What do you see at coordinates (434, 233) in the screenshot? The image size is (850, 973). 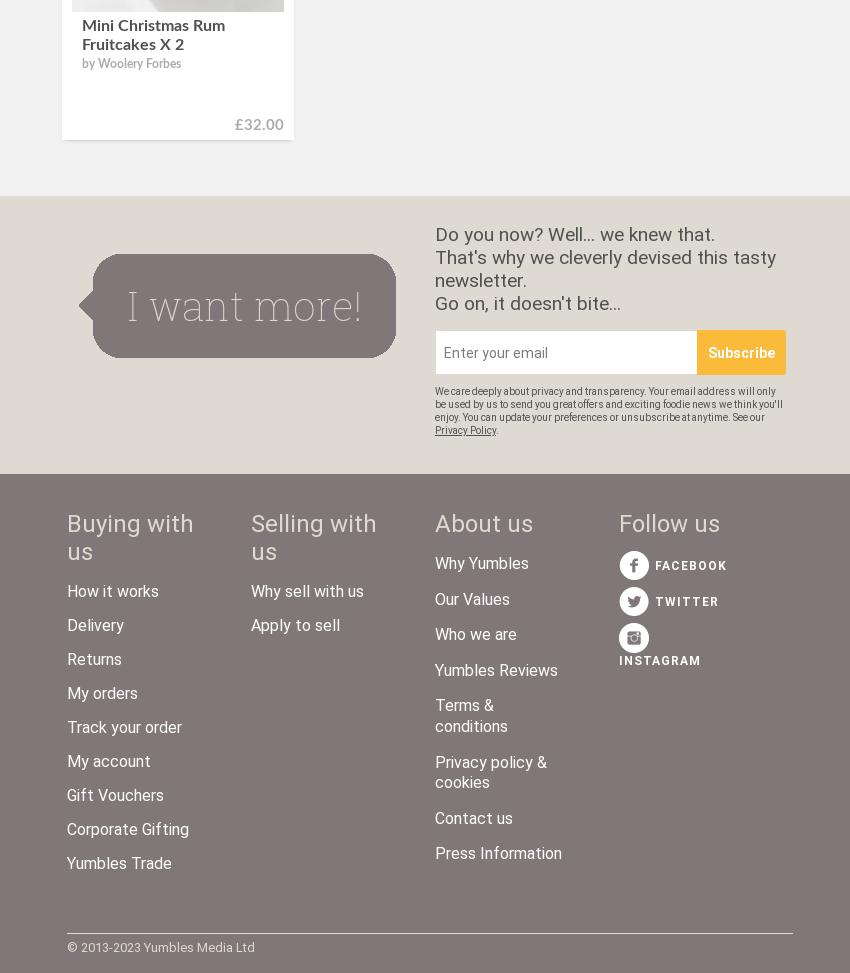 I see `'Do you now? Well... we knew that.'` at bounding box center [434, 233].